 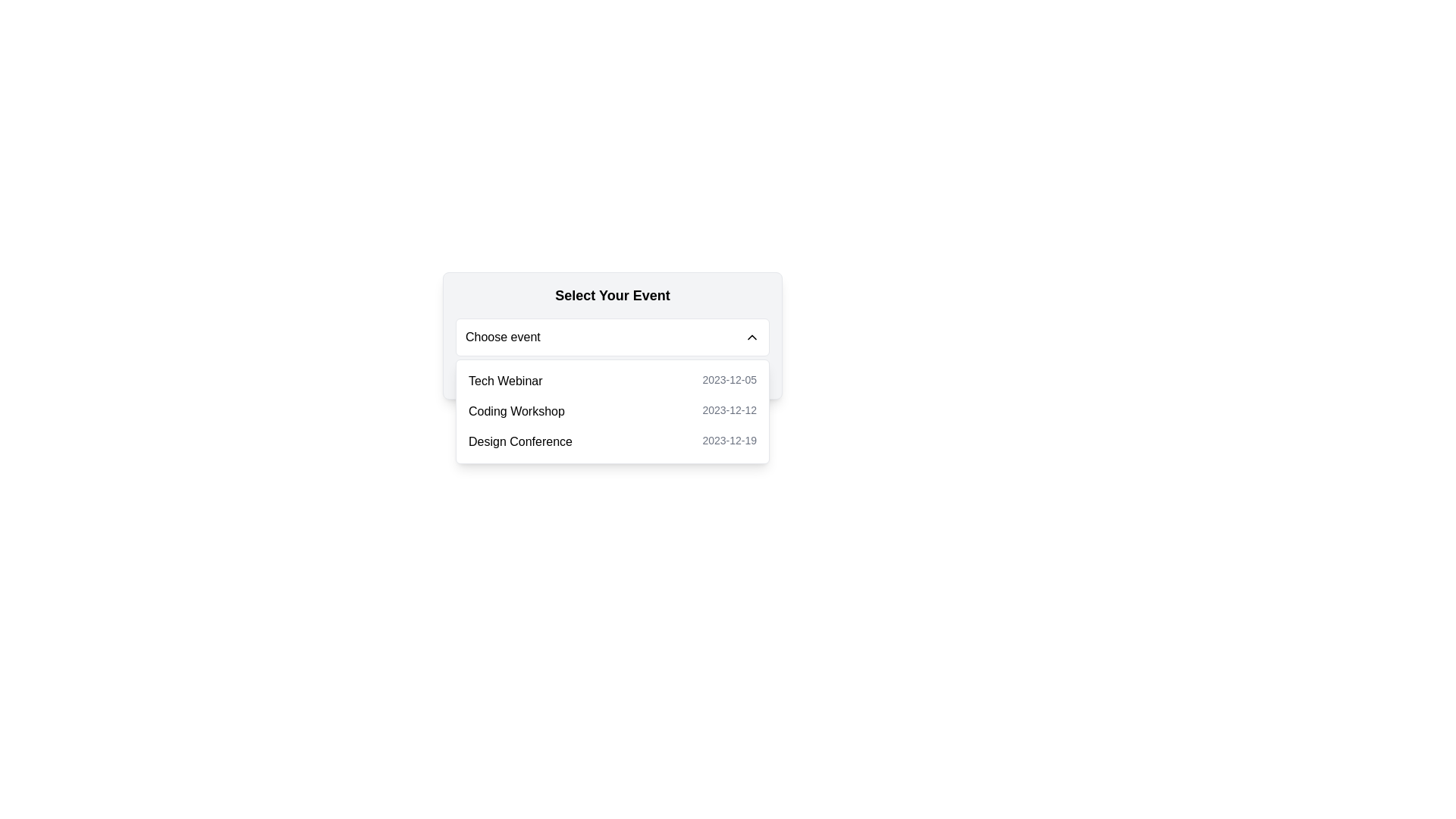 What do you see at coordinates (730, 380) in the screenshot?
I see `the text label displaying the date '2023-12-05' which is part of a dropdown menu item and aligned to the right side of the corresponding list entry` at bounding box center [730, 380].